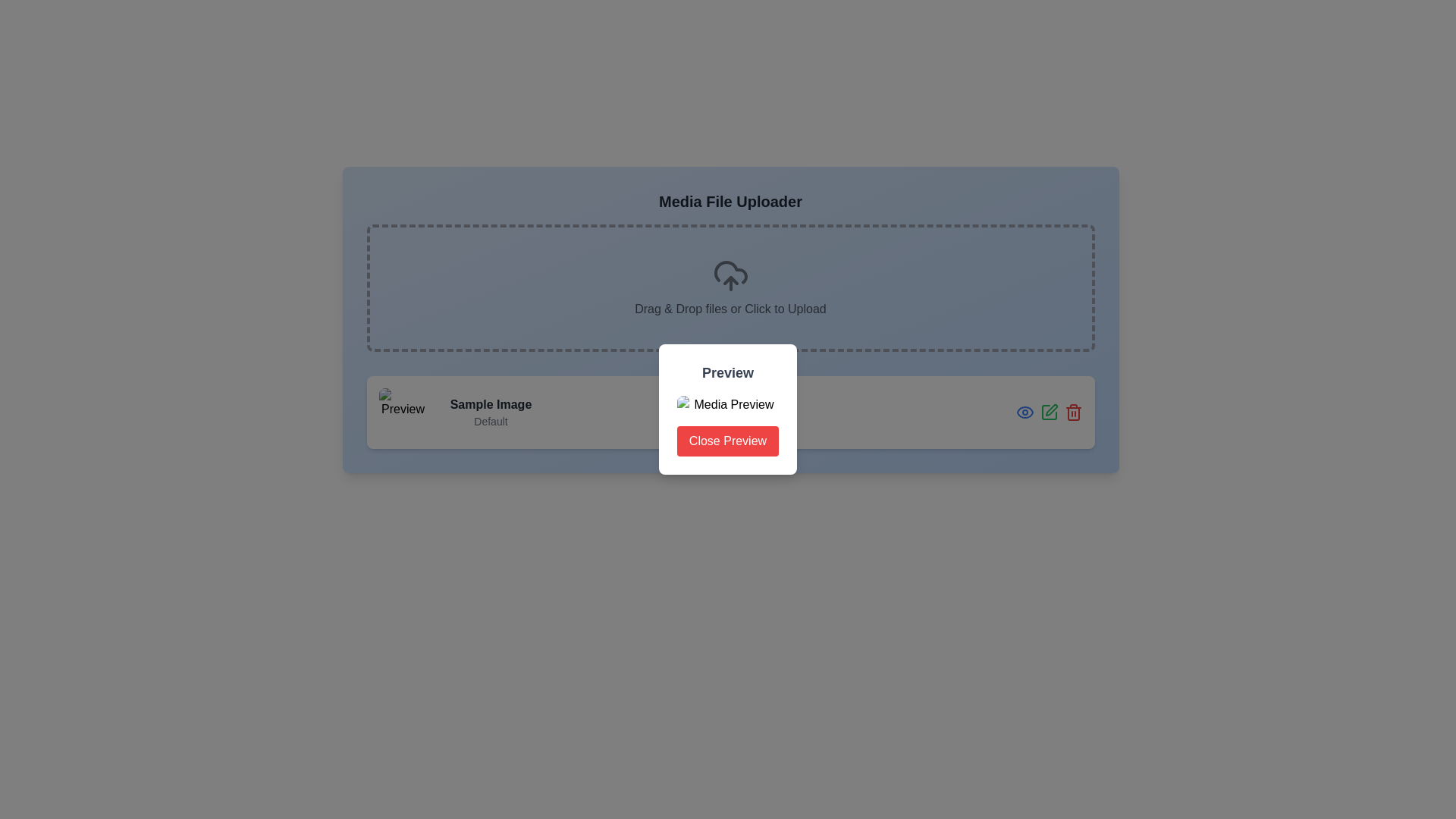 The image size is (1456, 819). I want to click on the edit icon located, so click(1048, 412).